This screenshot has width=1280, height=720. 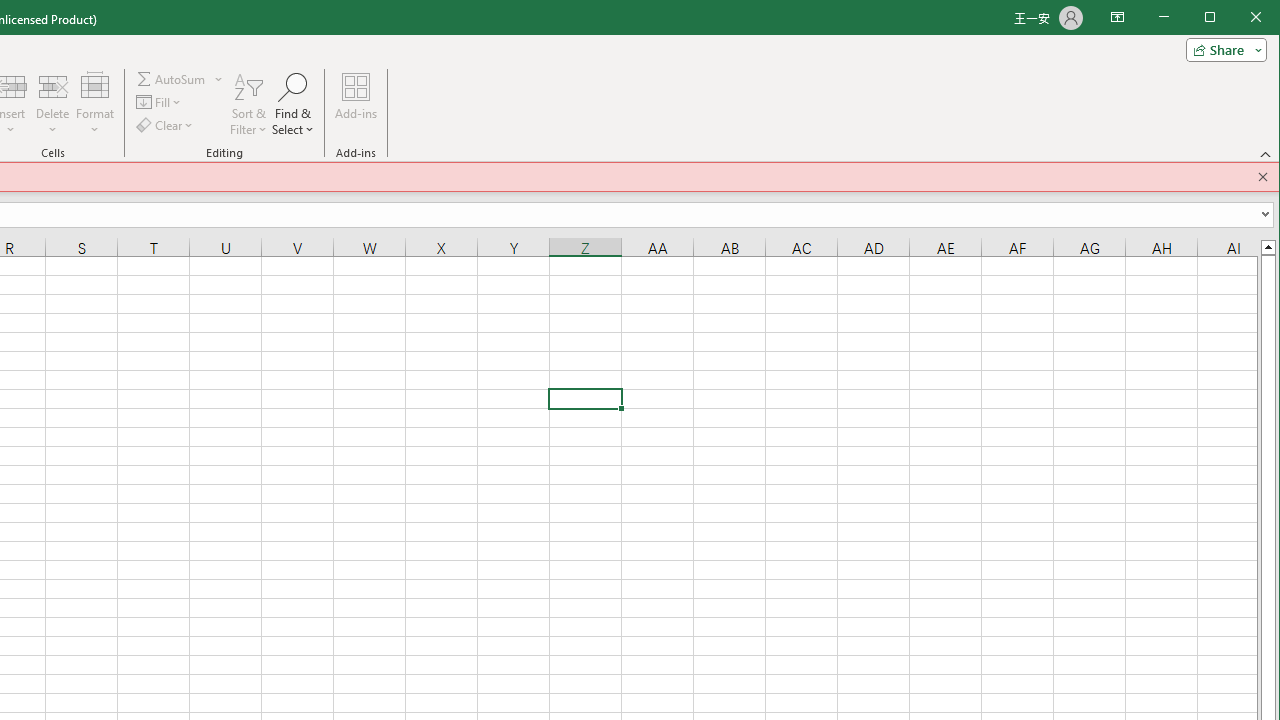 I want to click on 'AutoSum', so click(x=180, y=78).